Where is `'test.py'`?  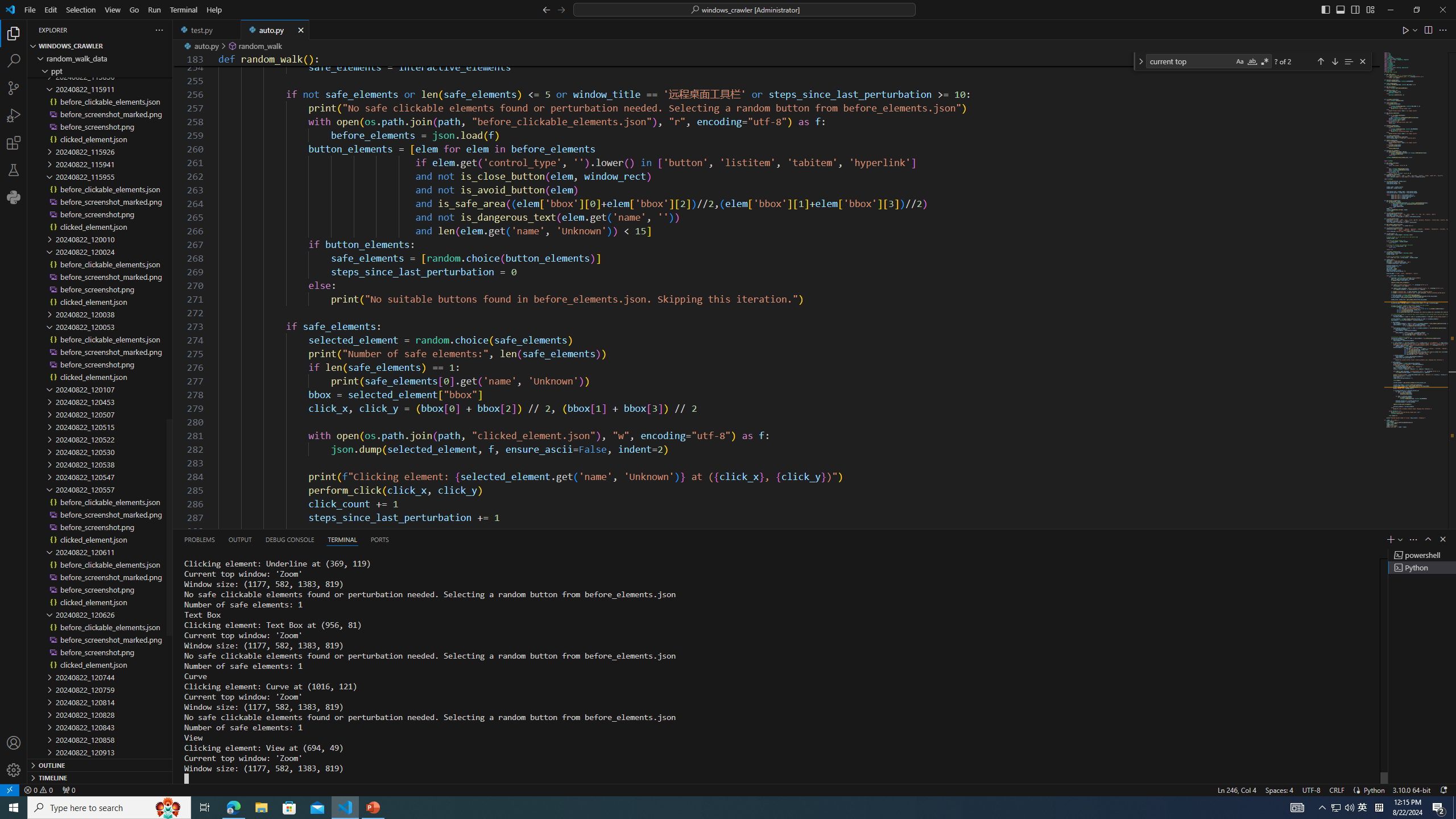
'test.py' is located at coordinates (206, 29).